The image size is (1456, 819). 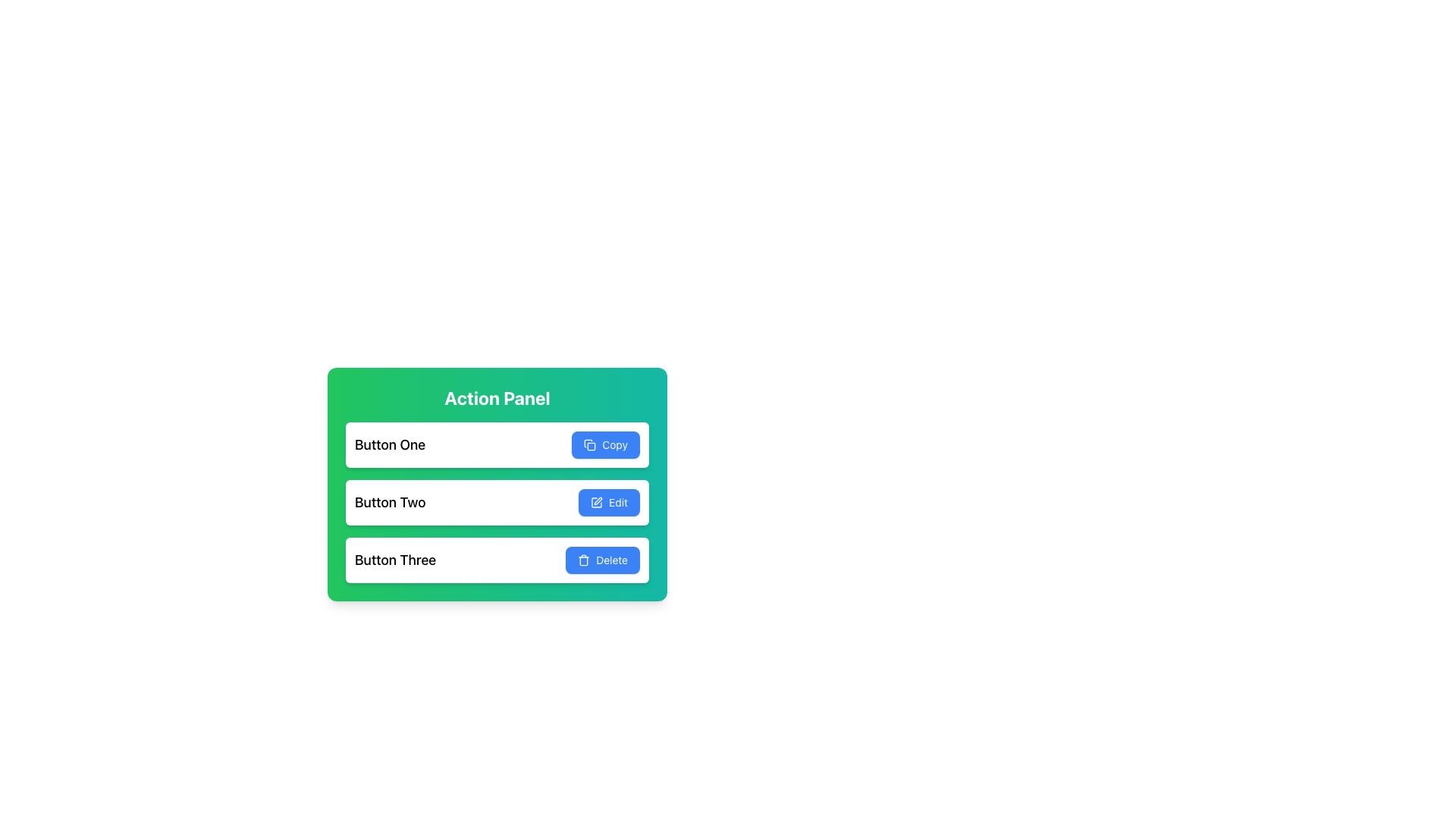 What do you see at coordinates (583, 560) in the screenshot?
I see `the trash icon on the left side of the 'Delete' button in the action panel` at bounding box center [583, 560].